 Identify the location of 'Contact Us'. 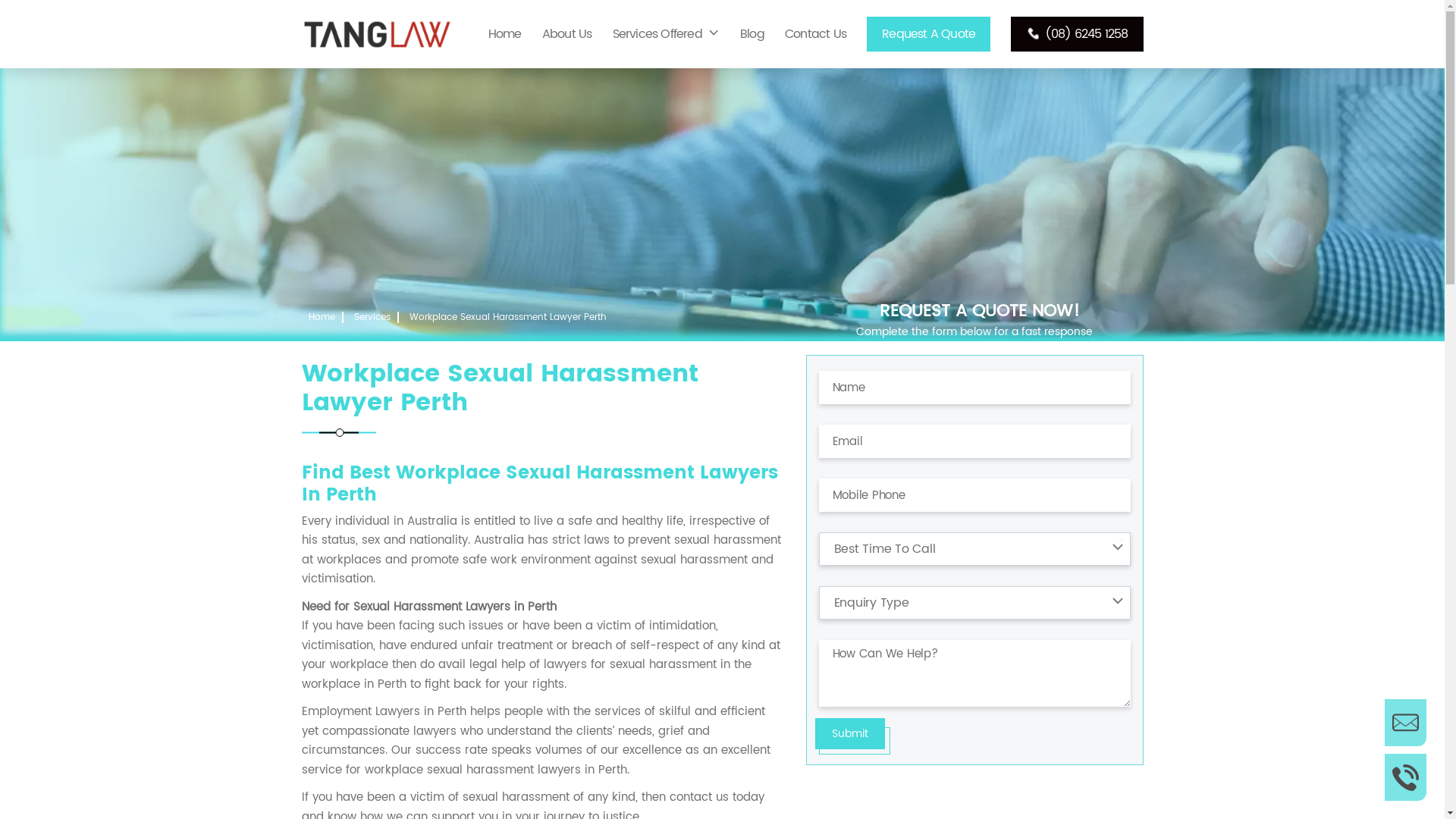
(814, 34).